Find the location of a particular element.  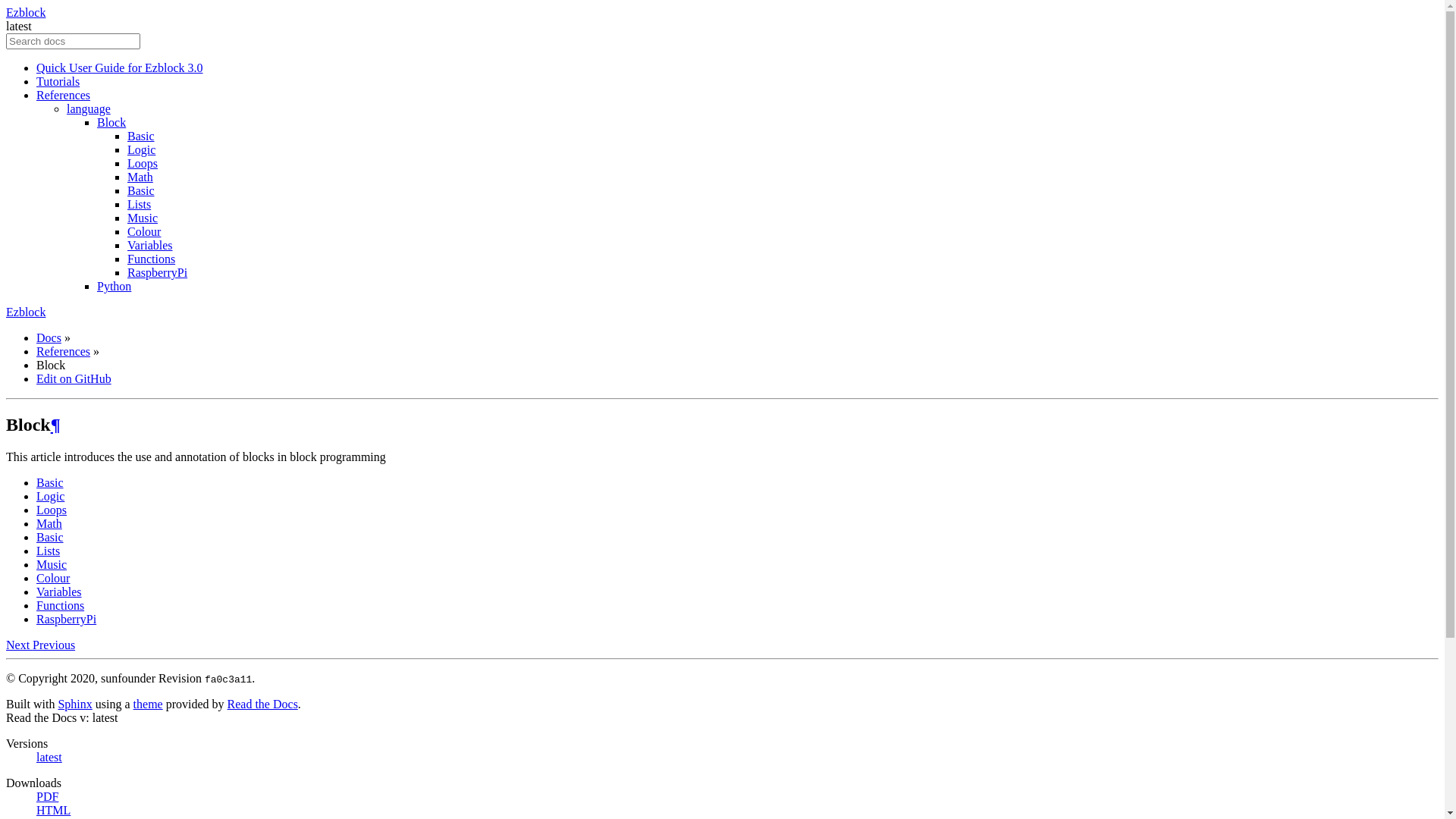

'Docs' is located at coordinates (49, 337).